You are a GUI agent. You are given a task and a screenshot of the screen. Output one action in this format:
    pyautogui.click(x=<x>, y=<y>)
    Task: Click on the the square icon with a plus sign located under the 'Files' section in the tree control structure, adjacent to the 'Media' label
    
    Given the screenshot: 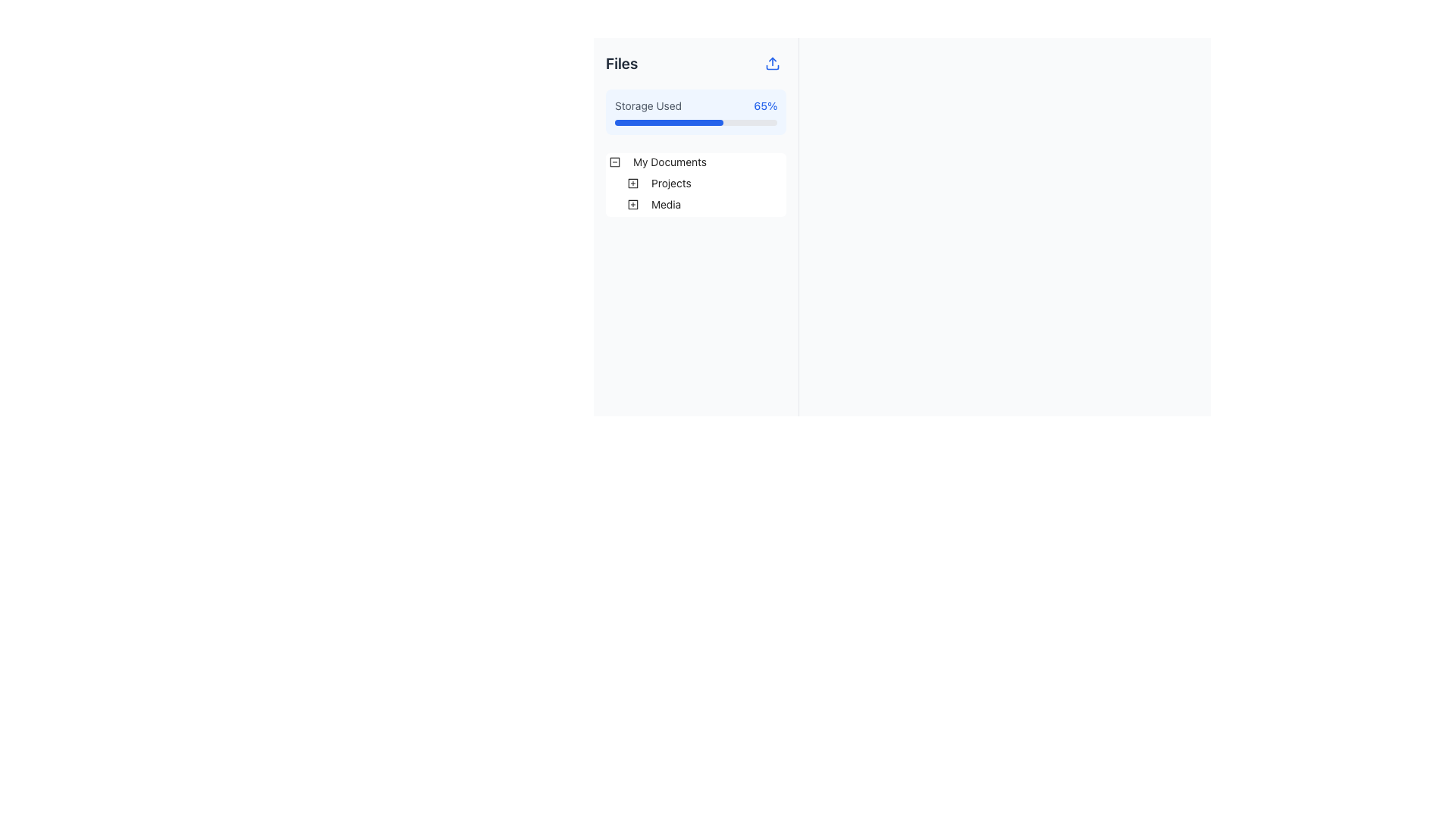 What is the action you would take?
    pyautogui.click(x=633, y=183)
    